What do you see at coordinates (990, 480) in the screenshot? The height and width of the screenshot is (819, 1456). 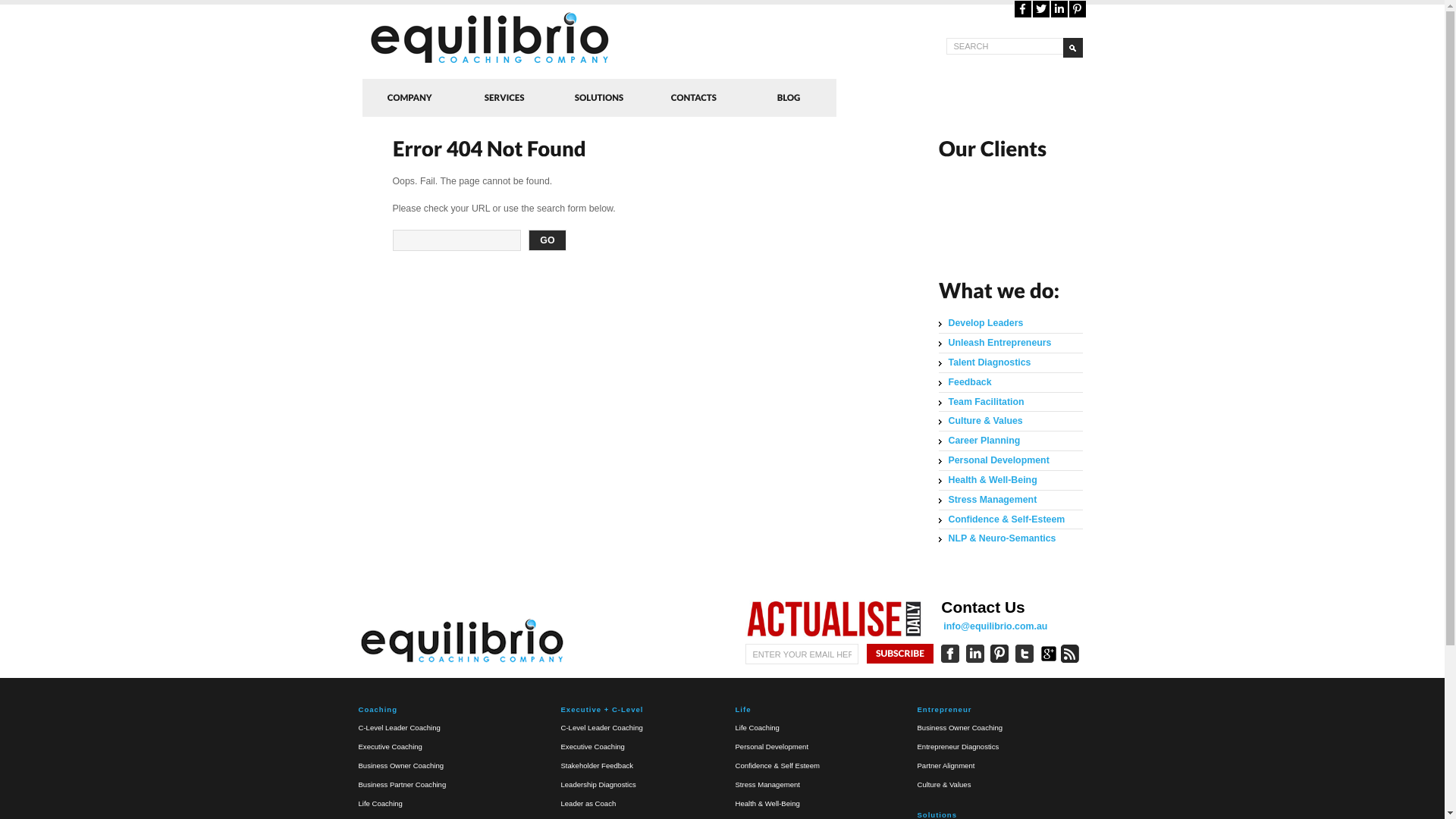 I see `'Health & Well-Being'` at bounding box center [990, 480].